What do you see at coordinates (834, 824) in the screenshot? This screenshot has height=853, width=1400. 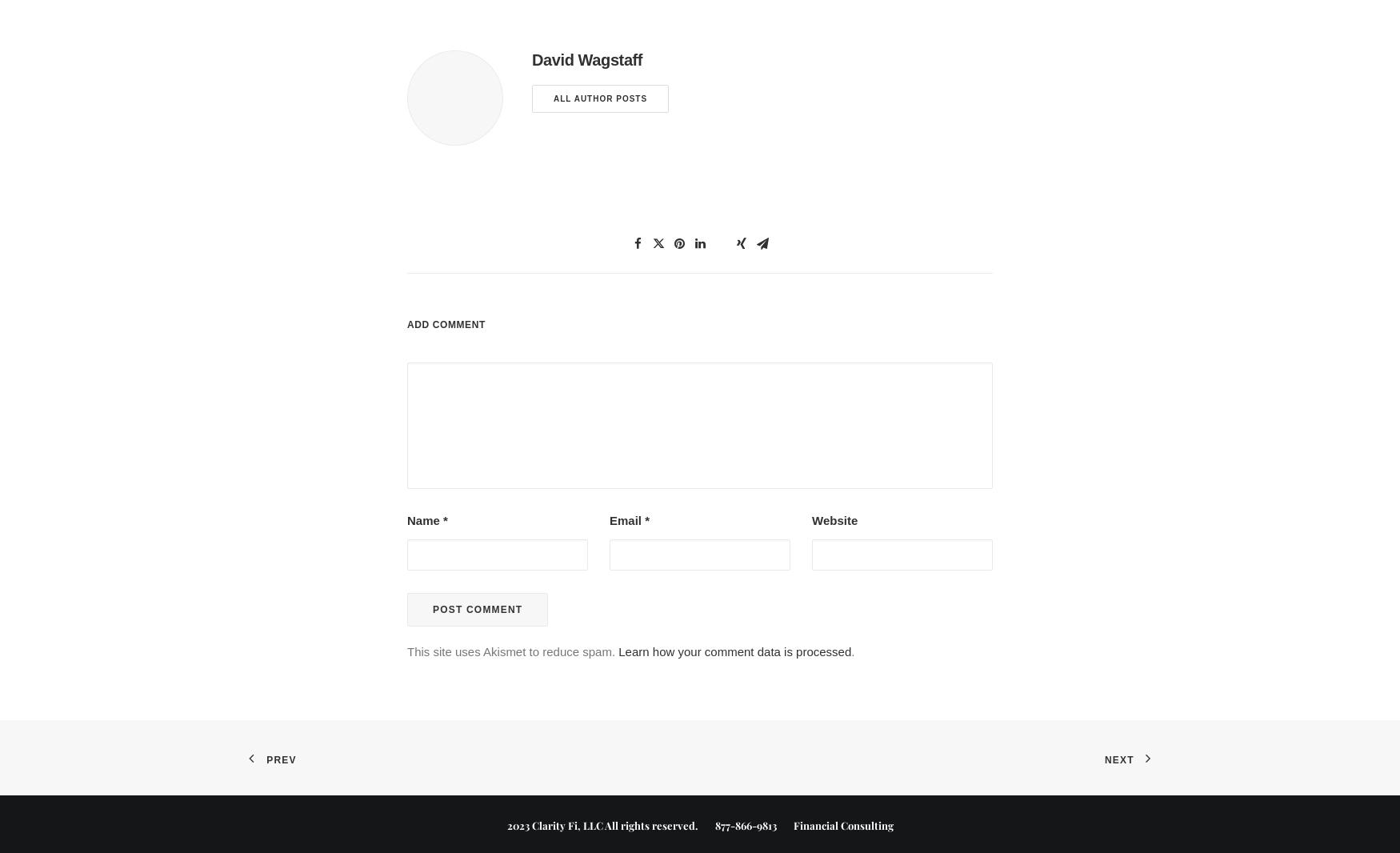 I see `'Financial Consulting'` at bounding box center [834, 824].